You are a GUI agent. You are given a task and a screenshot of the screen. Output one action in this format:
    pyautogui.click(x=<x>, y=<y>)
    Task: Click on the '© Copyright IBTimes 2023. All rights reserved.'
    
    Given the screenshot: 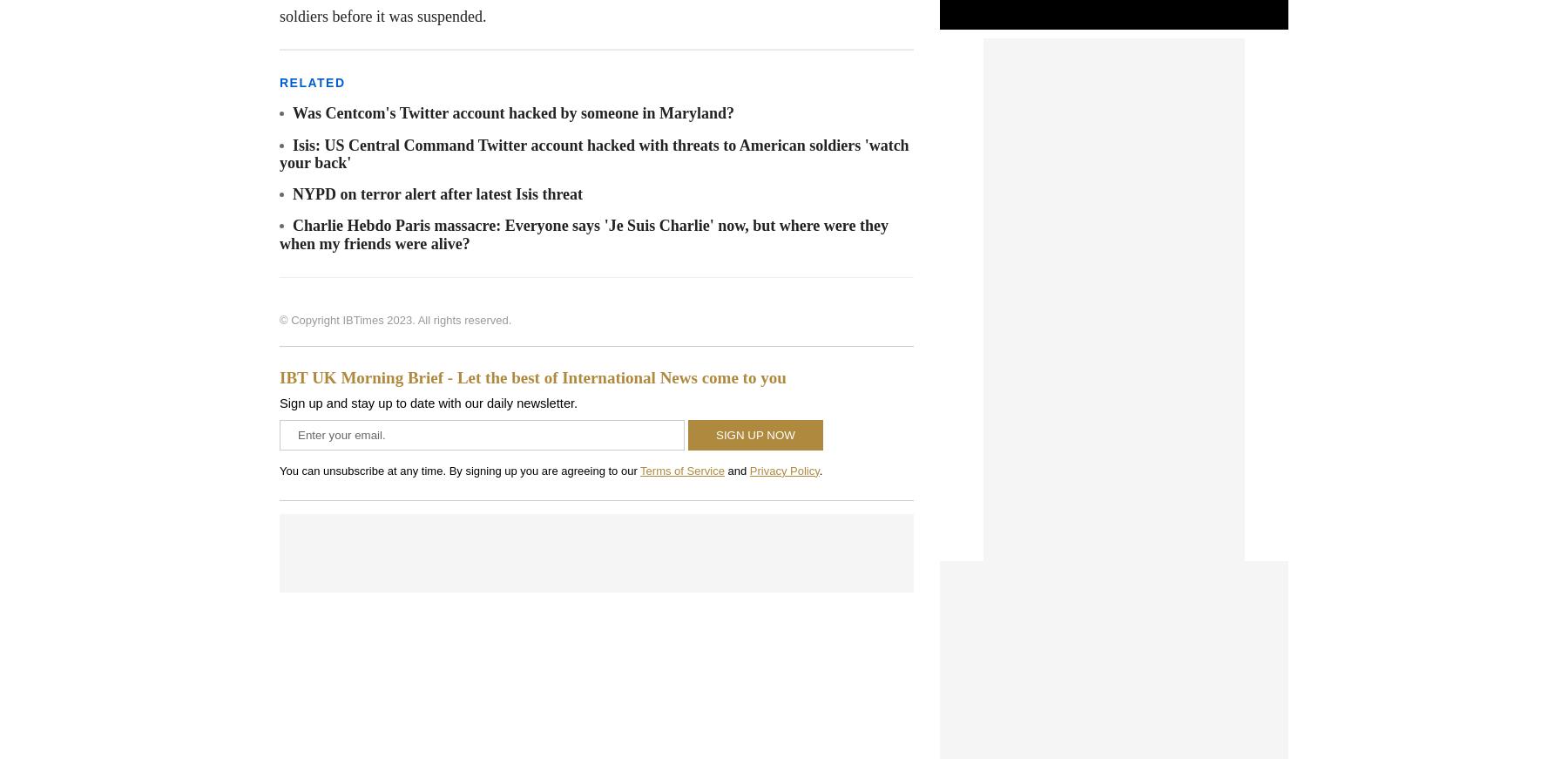 What is the action you would take?
    pyautogui.click(x=394, y=318)
    